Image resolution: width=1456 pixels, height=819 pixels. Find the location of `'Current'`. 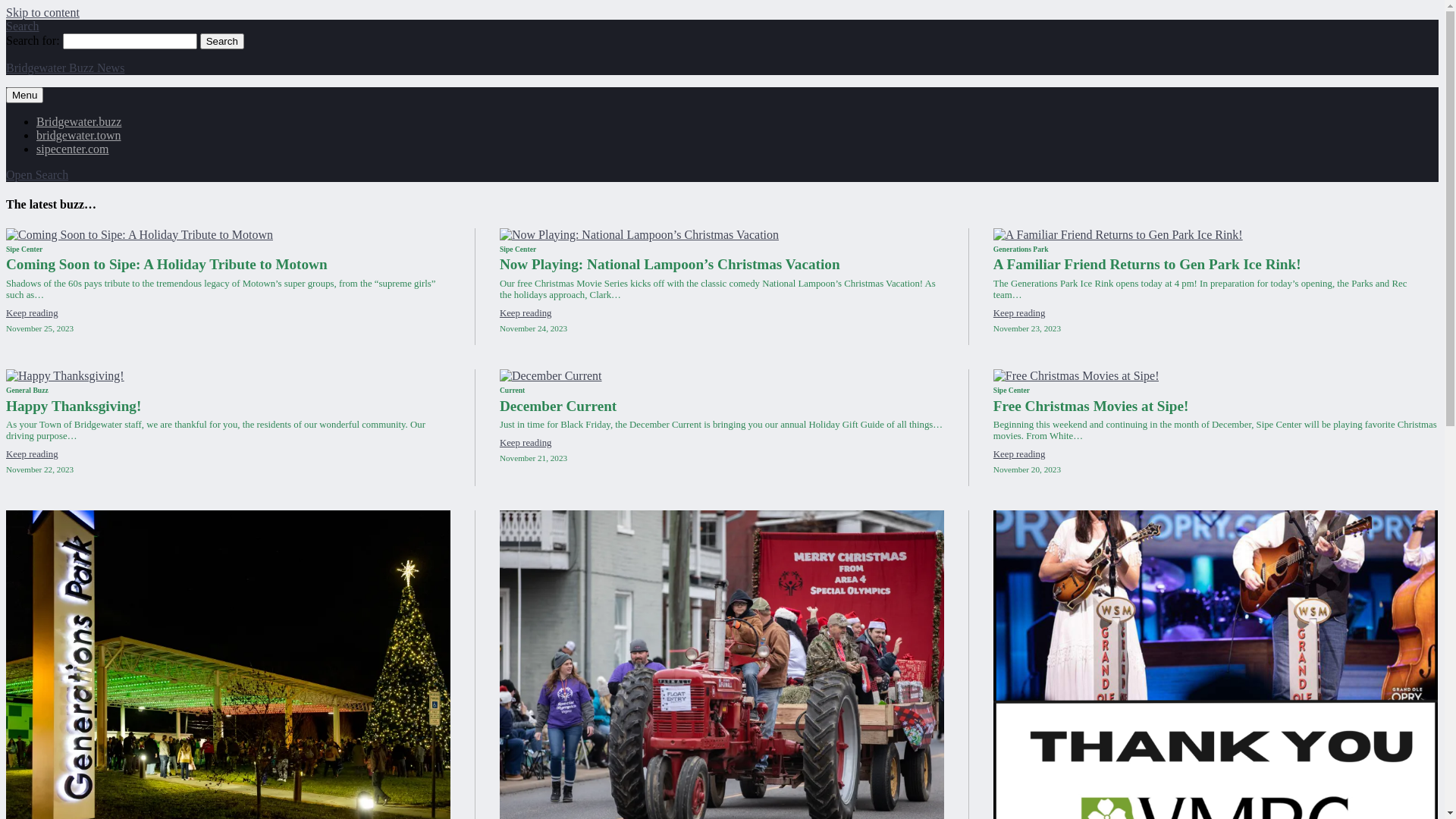

'Current' is located at coordinates (512, 389).